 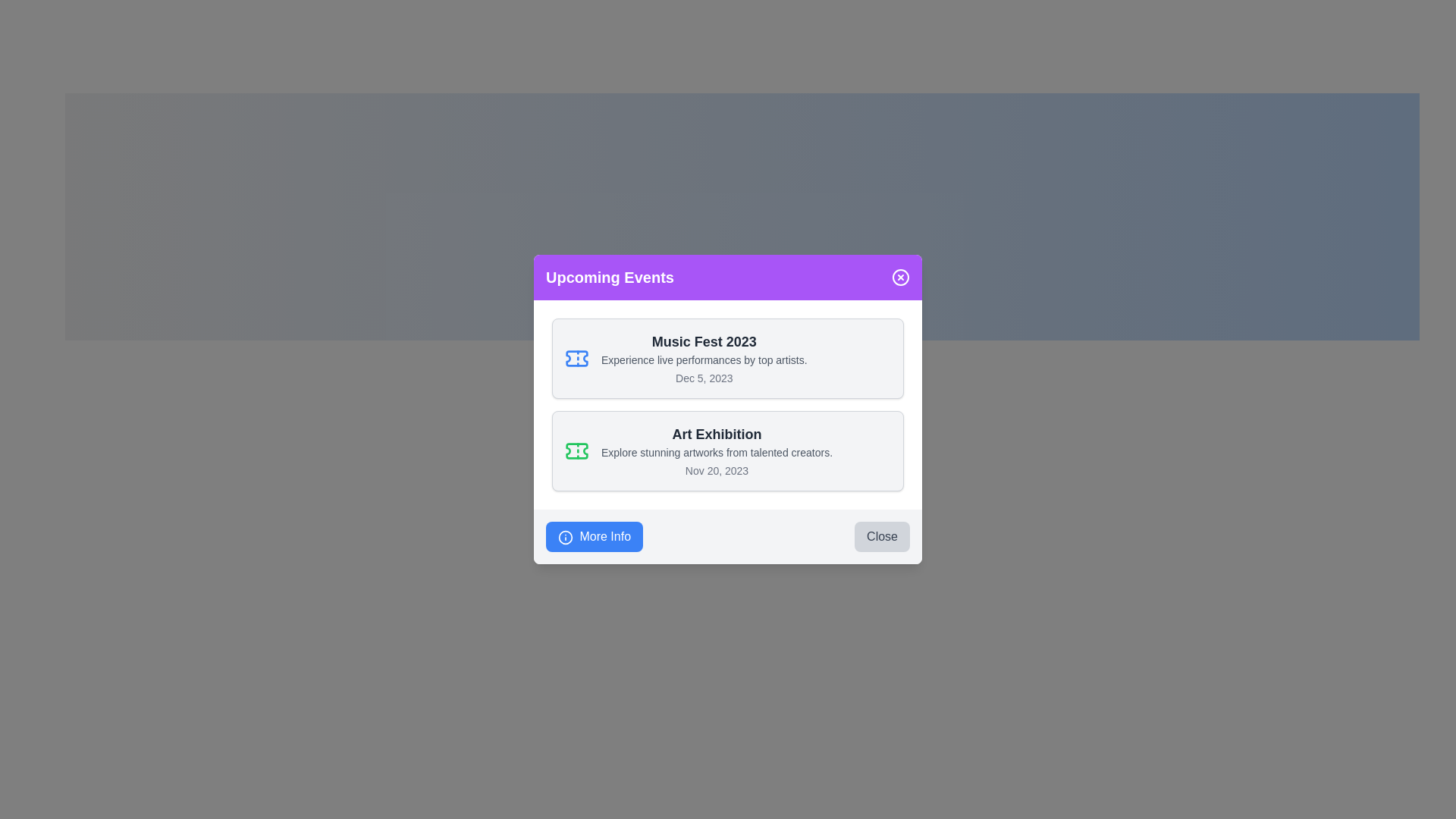 What do you see at coordinates (901, 278) in the screenshot?
I see `the circular button with a cross icon located at the top-right corner of the purple title bar in the 'Upcoming Events' dialog` at bounding box center [901, 278].